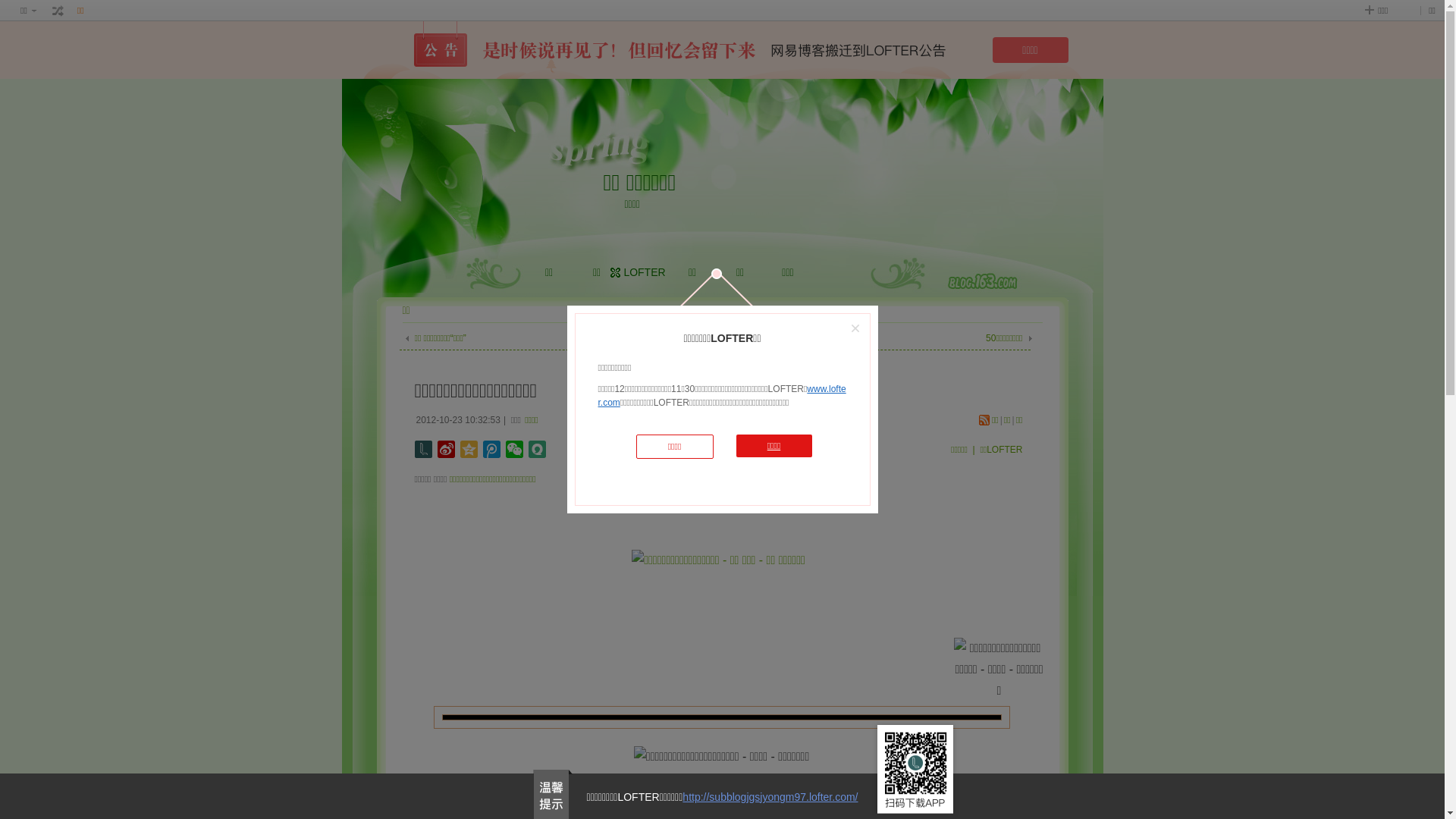 The width and height of the screenshot is (1456, 819). I want to click on 'http://subblogjgsjyongm97.lofter.com/', so click(770, 795).